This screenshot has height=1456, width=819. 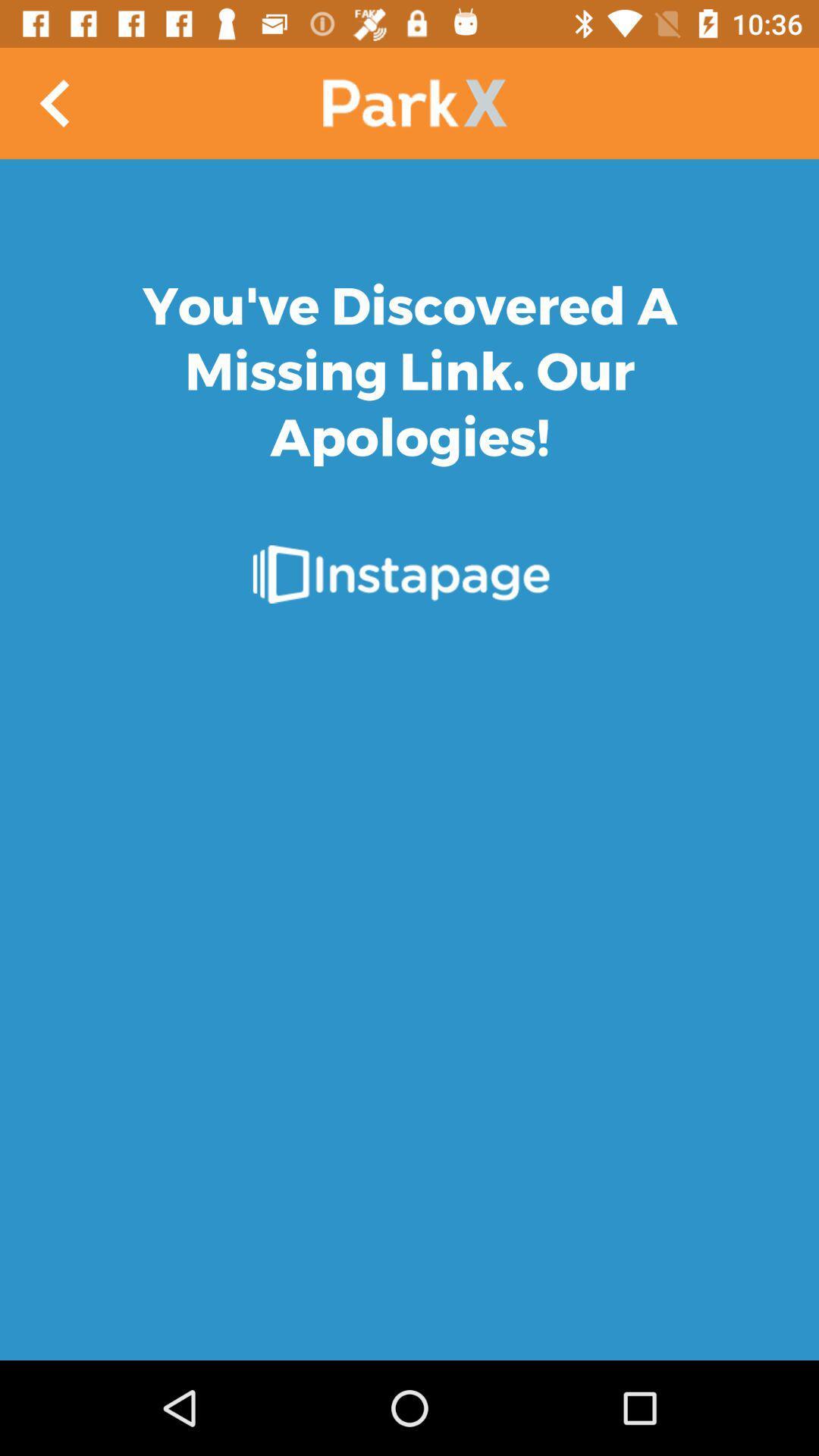 I want to click on screen page, so click(x=409, y=760).